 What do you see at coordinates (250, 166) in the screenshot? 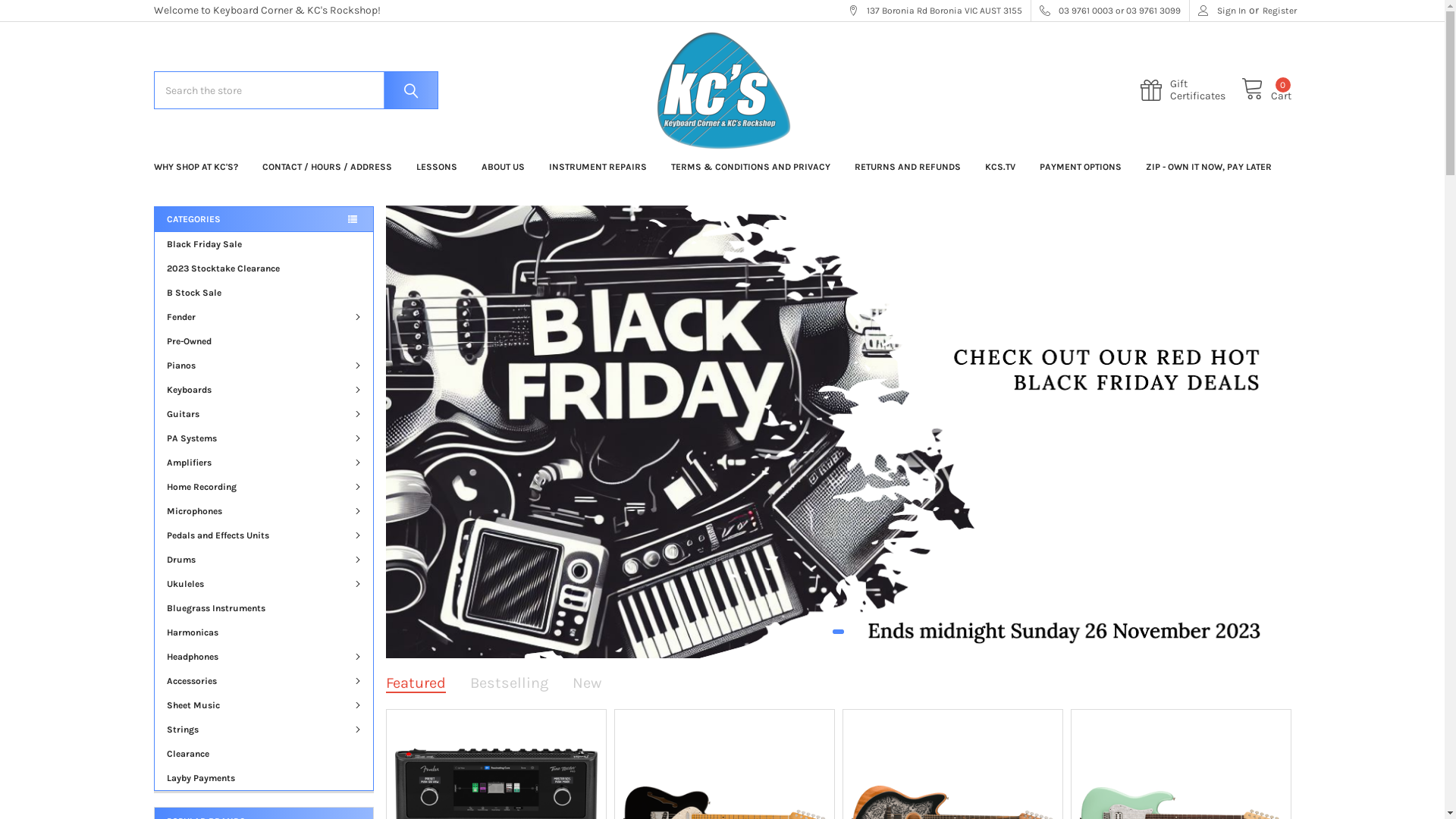
I see `'CONTACT / HOURS / ADDRESS'` at bounding box center [250, 166].